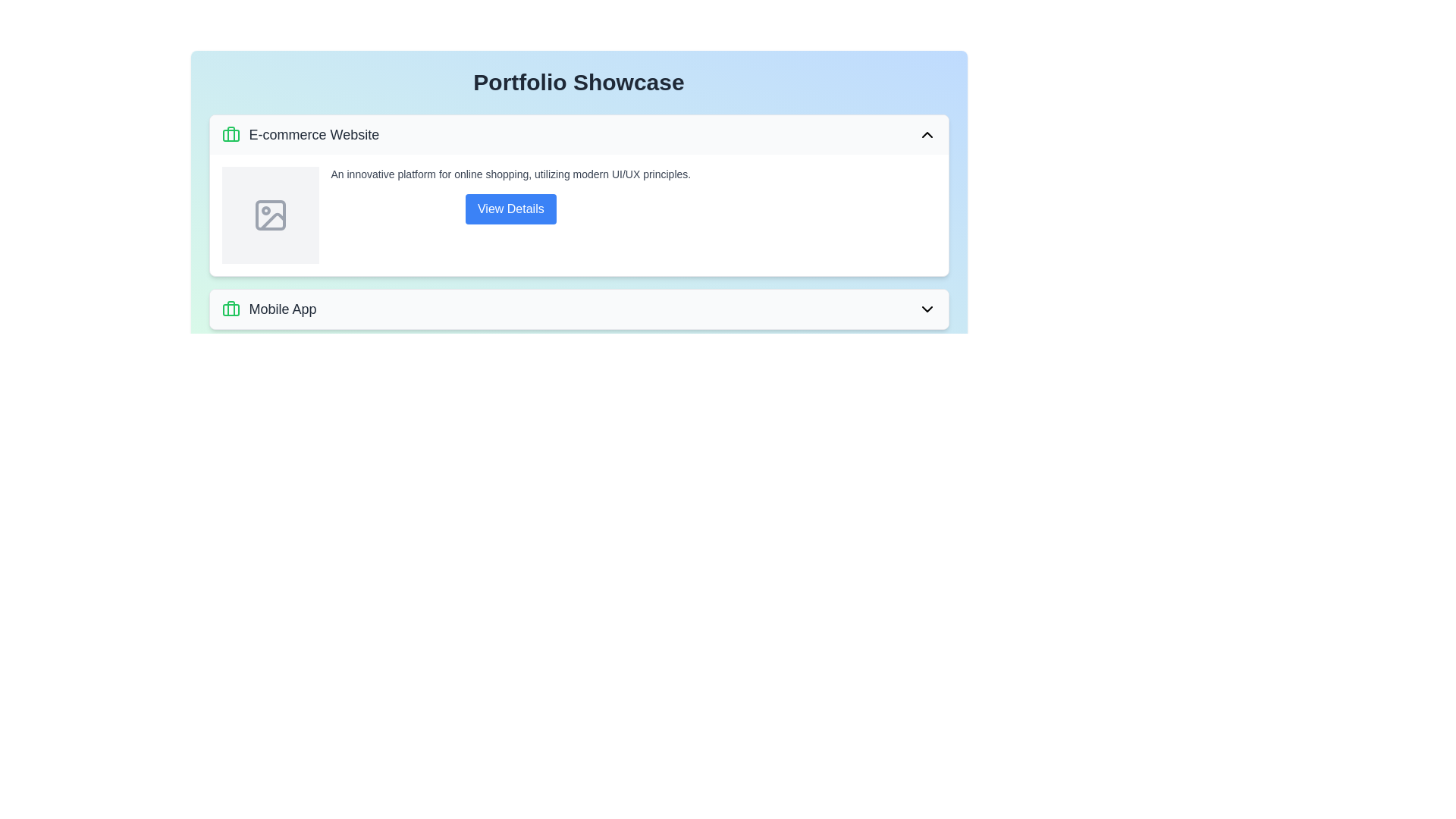 Image resolution: width=1456 pixels, height=819 pixels. Describe the element at coordinates (313, 133) in the screenshot. I see `the text label displaying 'E-commerce Website', which is styled with medium font weight and large text size, located to the right of a green briefcase icon at the top of the portfolio entry` at that location.